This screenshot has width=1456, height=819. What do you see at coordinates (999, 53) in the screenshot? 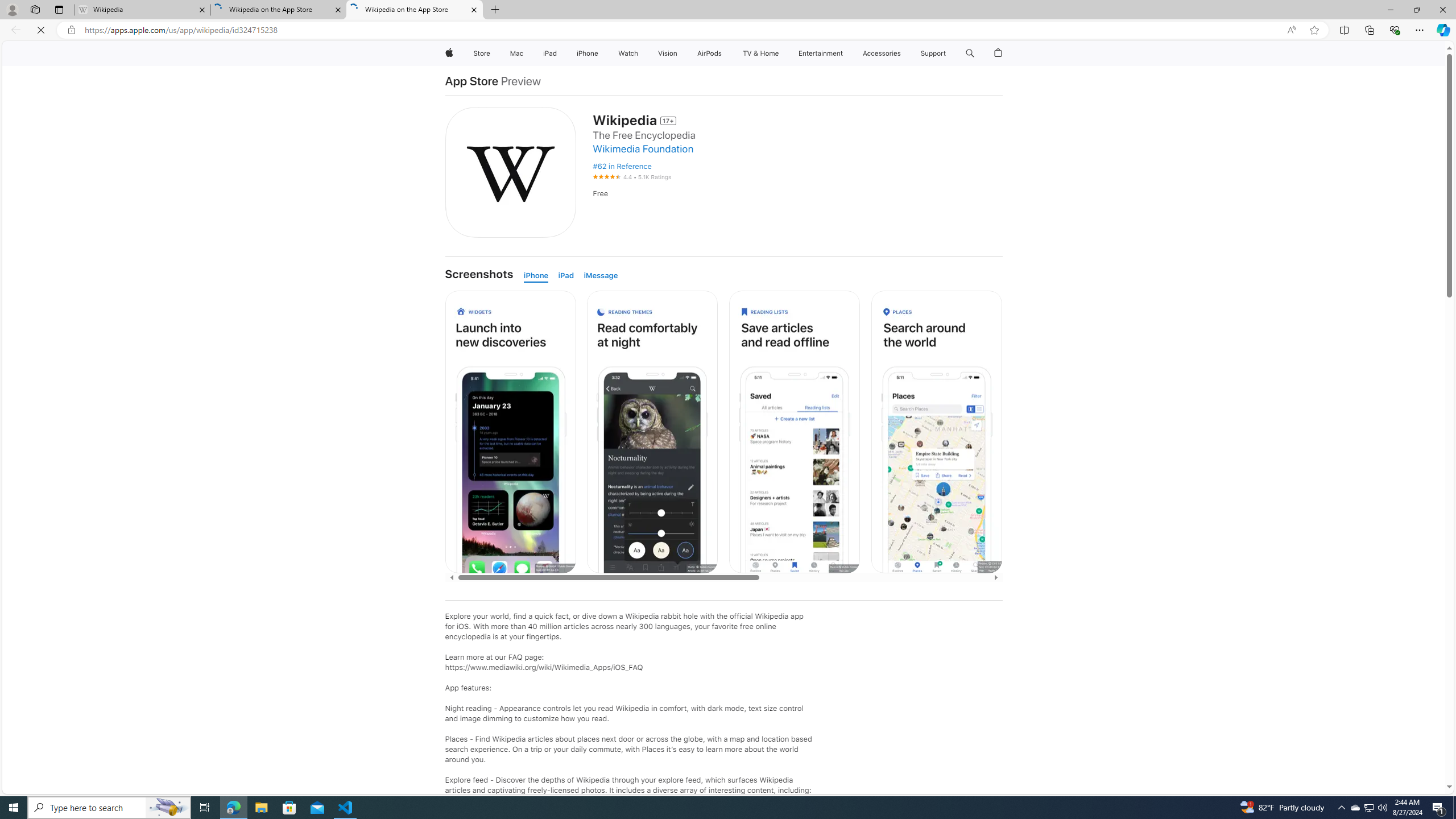
I see `'Shopping Bag'` at bounding box center [999, 53].